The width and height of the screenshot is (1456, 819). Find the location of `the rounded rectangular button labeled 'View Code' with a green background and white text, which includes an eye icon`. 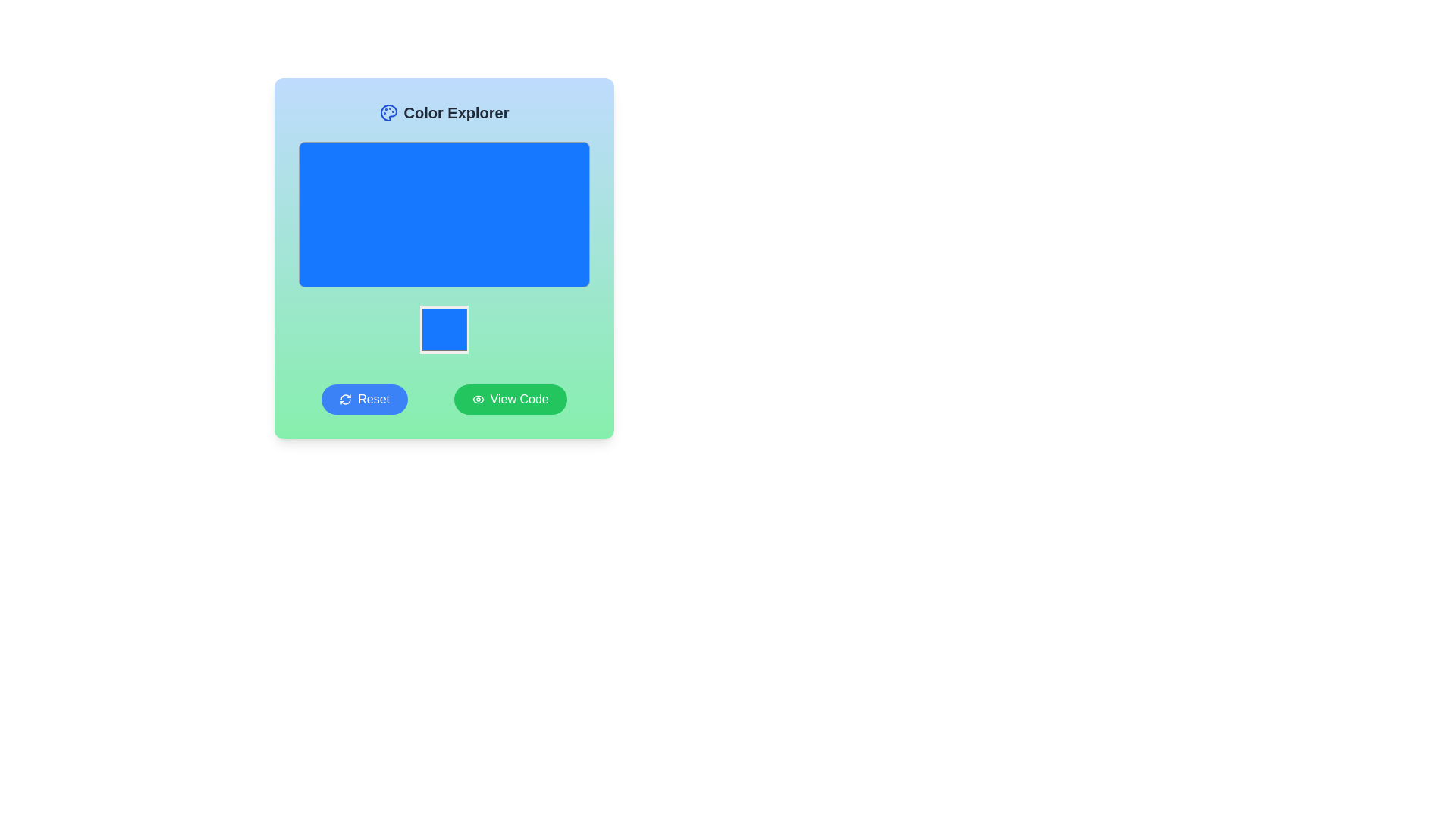

the rounded rectangular button labeled 'View Code' with a green background and white text, which includes an eye icon is located at coordinates (510, 399).